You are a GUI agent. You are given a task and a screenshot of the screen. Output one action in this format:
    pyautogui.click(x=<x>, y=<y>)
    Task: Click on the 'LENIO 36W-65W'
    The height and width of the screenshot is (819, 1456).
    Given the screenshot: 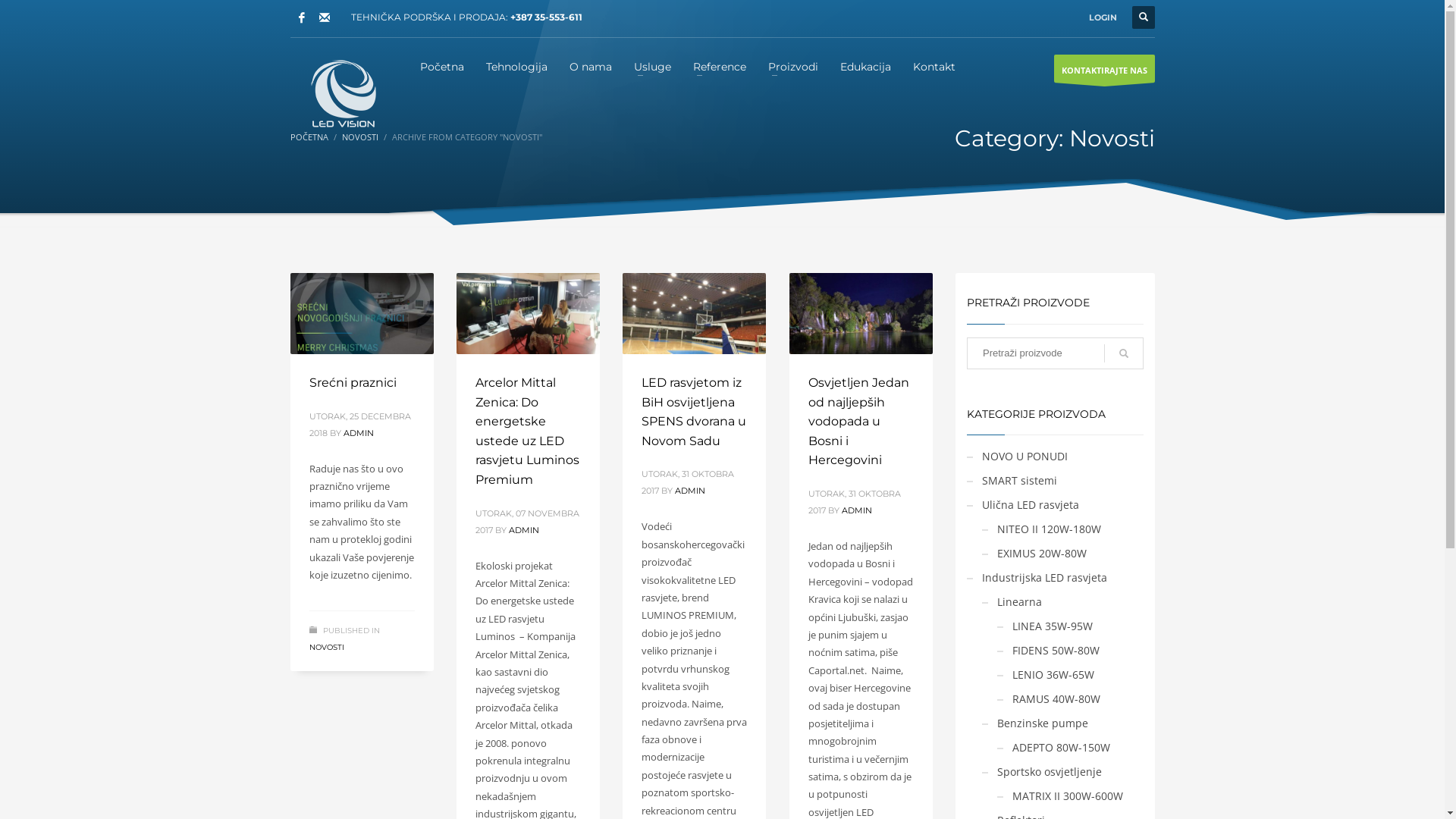 What is the action you would take?
    pyautogui.click(x=1044, y=673)
    